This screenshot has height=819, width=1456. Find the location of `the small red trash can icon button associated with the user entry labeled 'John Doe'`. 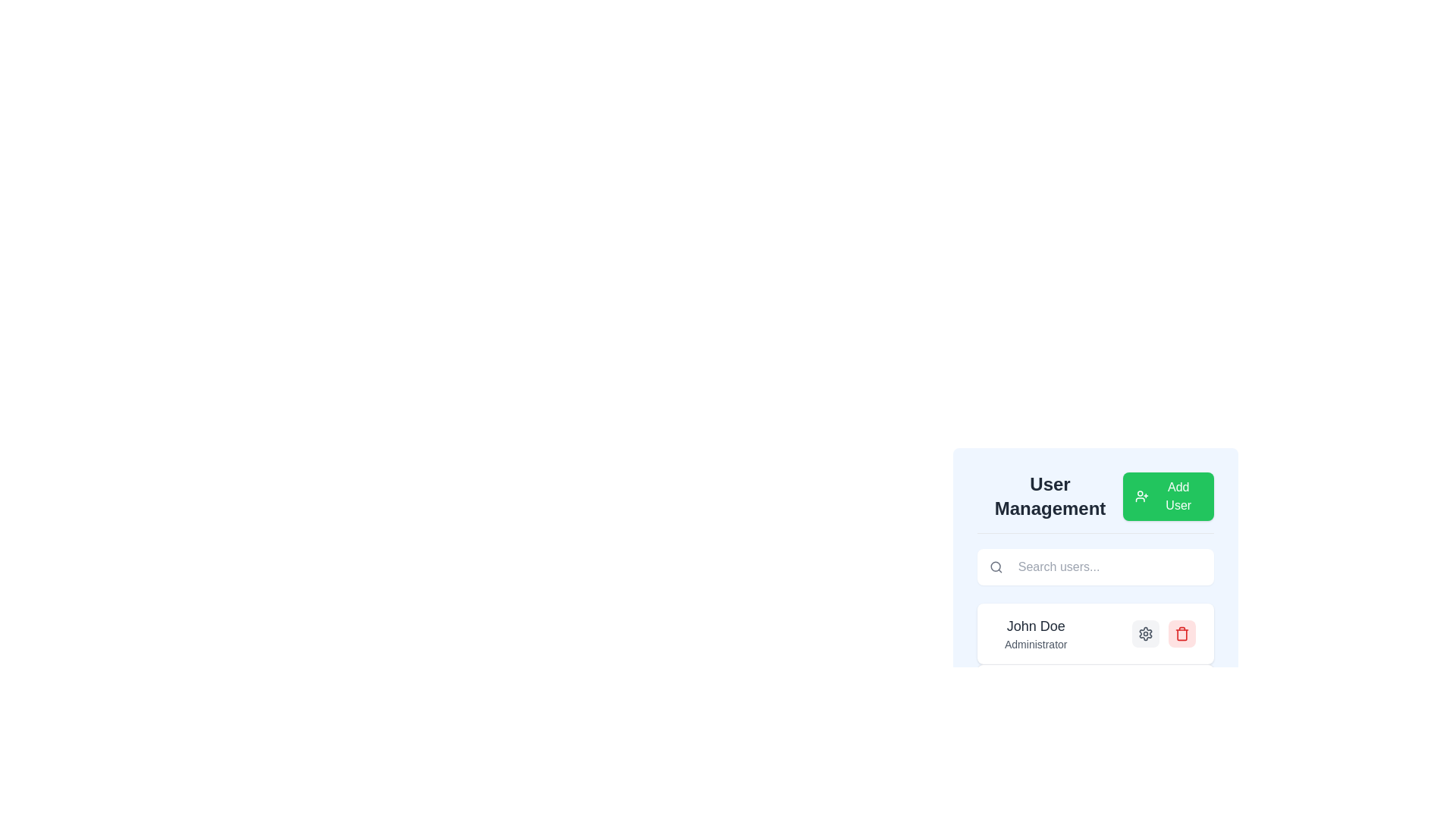

the small red trash can icon button associated with the user entry labeled 'John Doe' is located at coordinates (1181, 634).